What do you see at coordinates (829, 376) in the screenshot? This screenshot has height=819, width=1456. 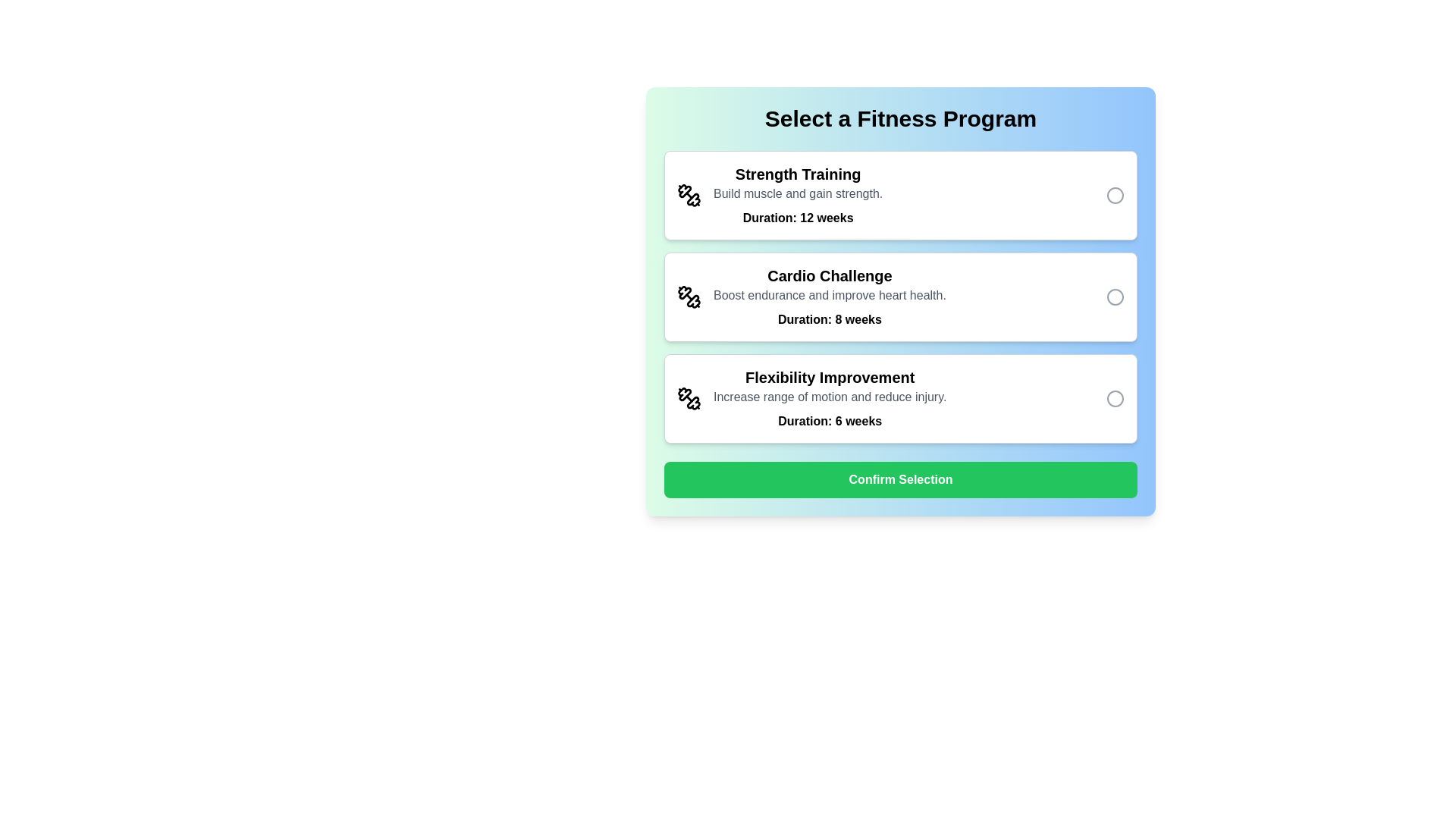 I see `the bolded text heading 'Flexibility Improvement' which is positioned below 'Cardio Challenge' and above the program information text` at bounding box center [829, 376].